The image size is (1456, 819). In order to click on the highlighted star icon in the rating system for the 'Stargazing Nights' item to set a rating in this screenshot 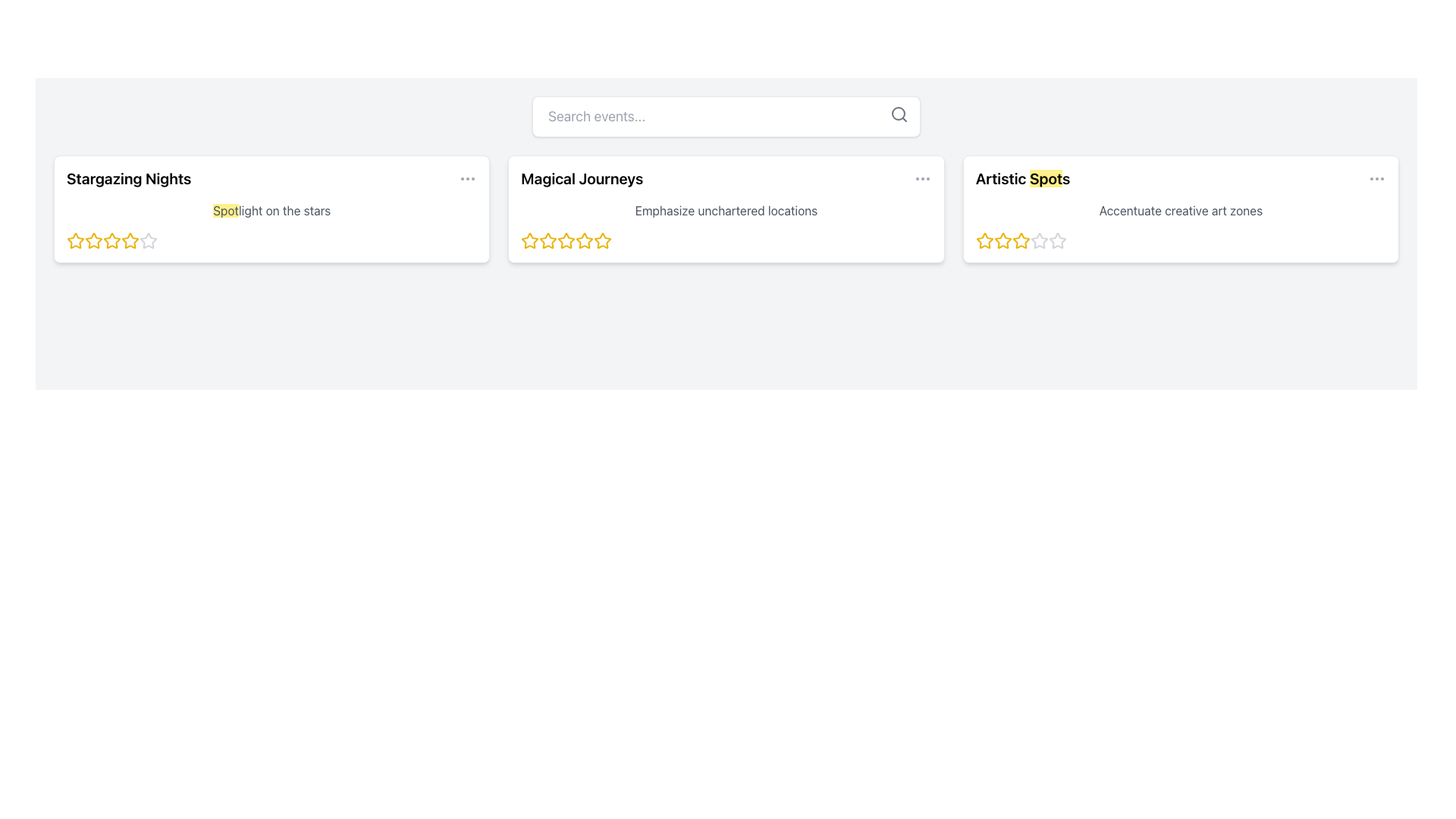, I will do `click(93, 240)`.